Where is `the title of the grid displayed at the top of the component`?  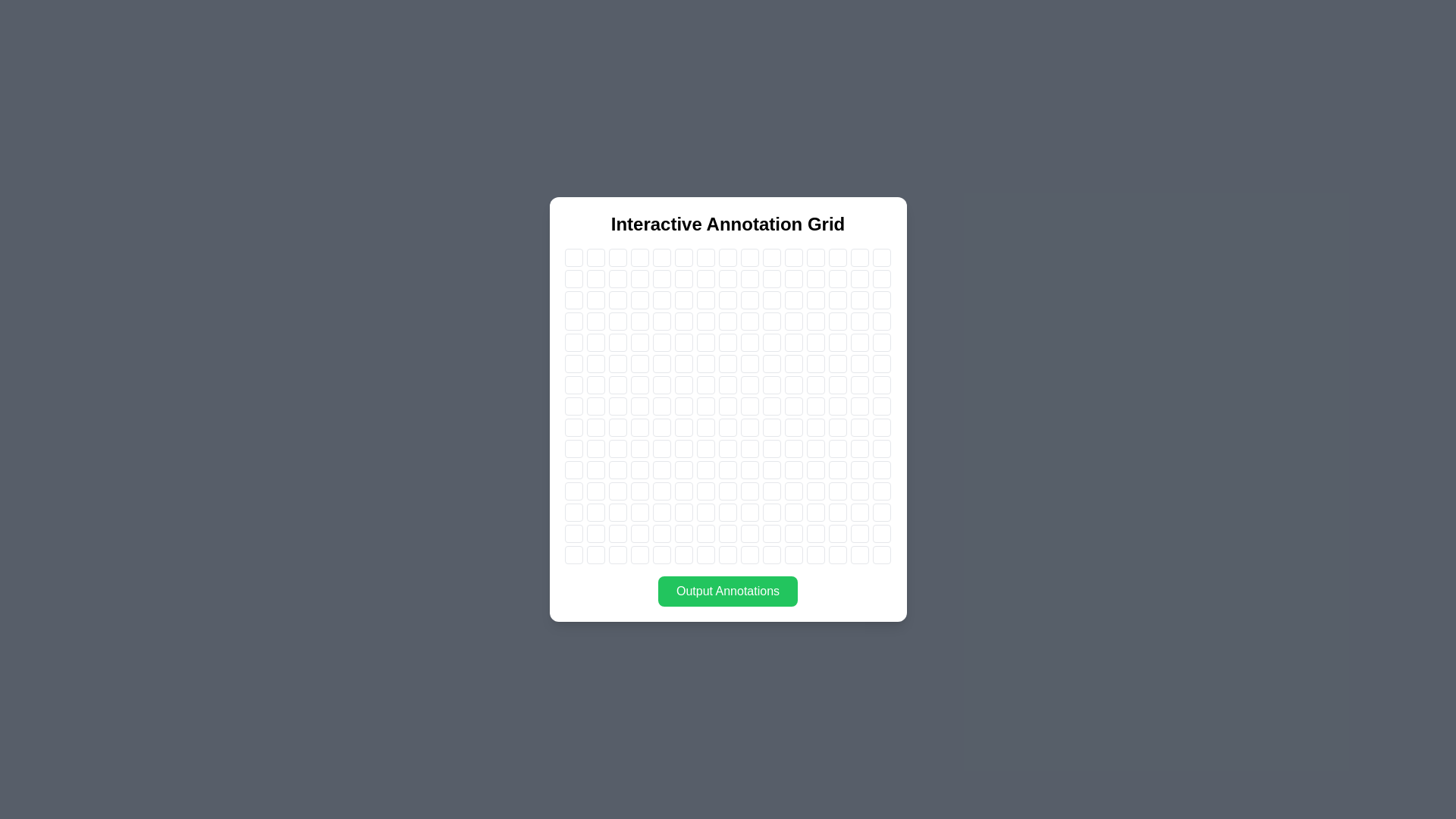 the title of the grid displayed at the top of the component is located at coordinates (728, 224).